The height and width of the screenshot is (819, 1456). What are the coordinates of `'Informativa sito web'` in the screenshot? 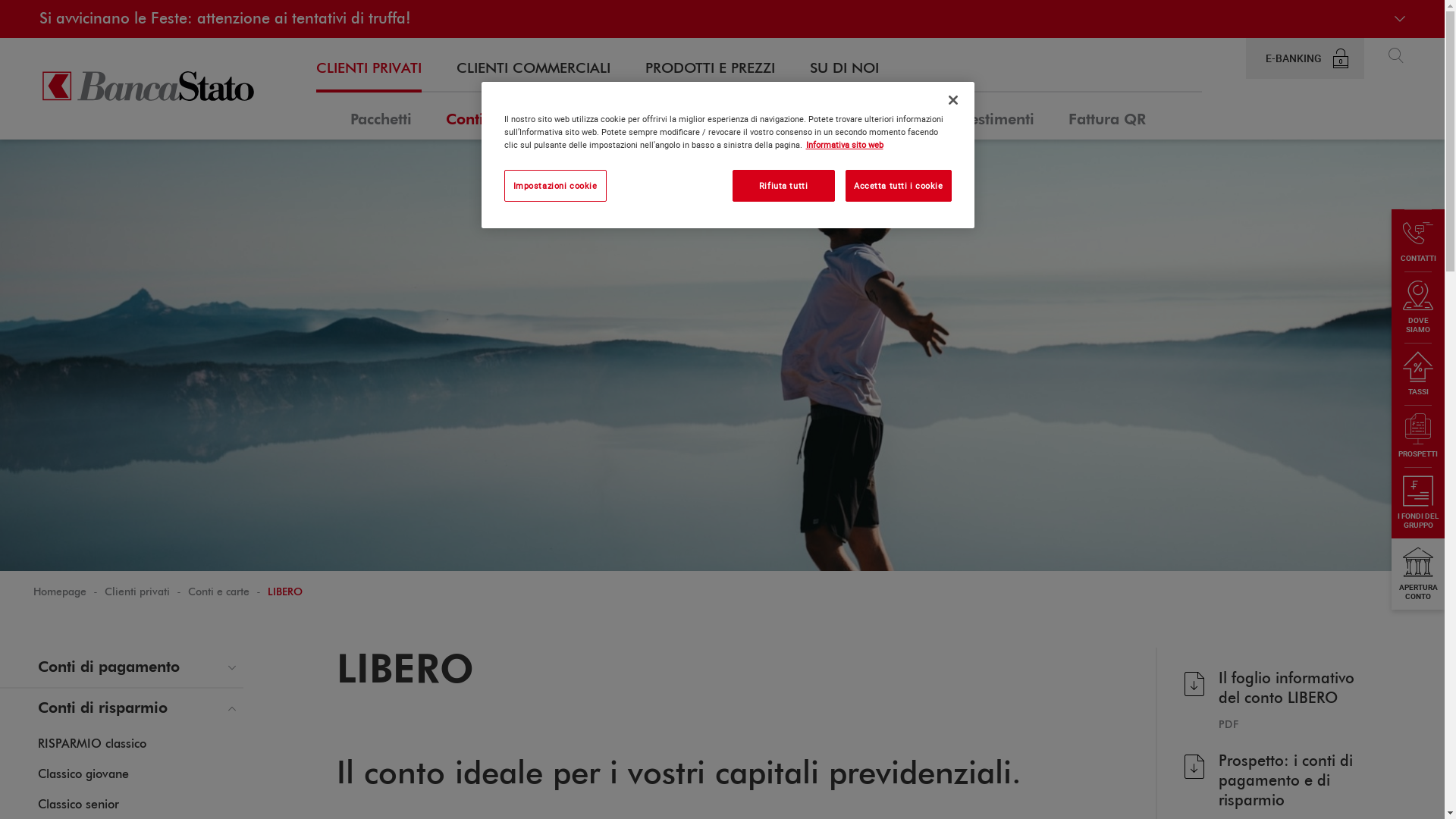 It's located at (843, 144).